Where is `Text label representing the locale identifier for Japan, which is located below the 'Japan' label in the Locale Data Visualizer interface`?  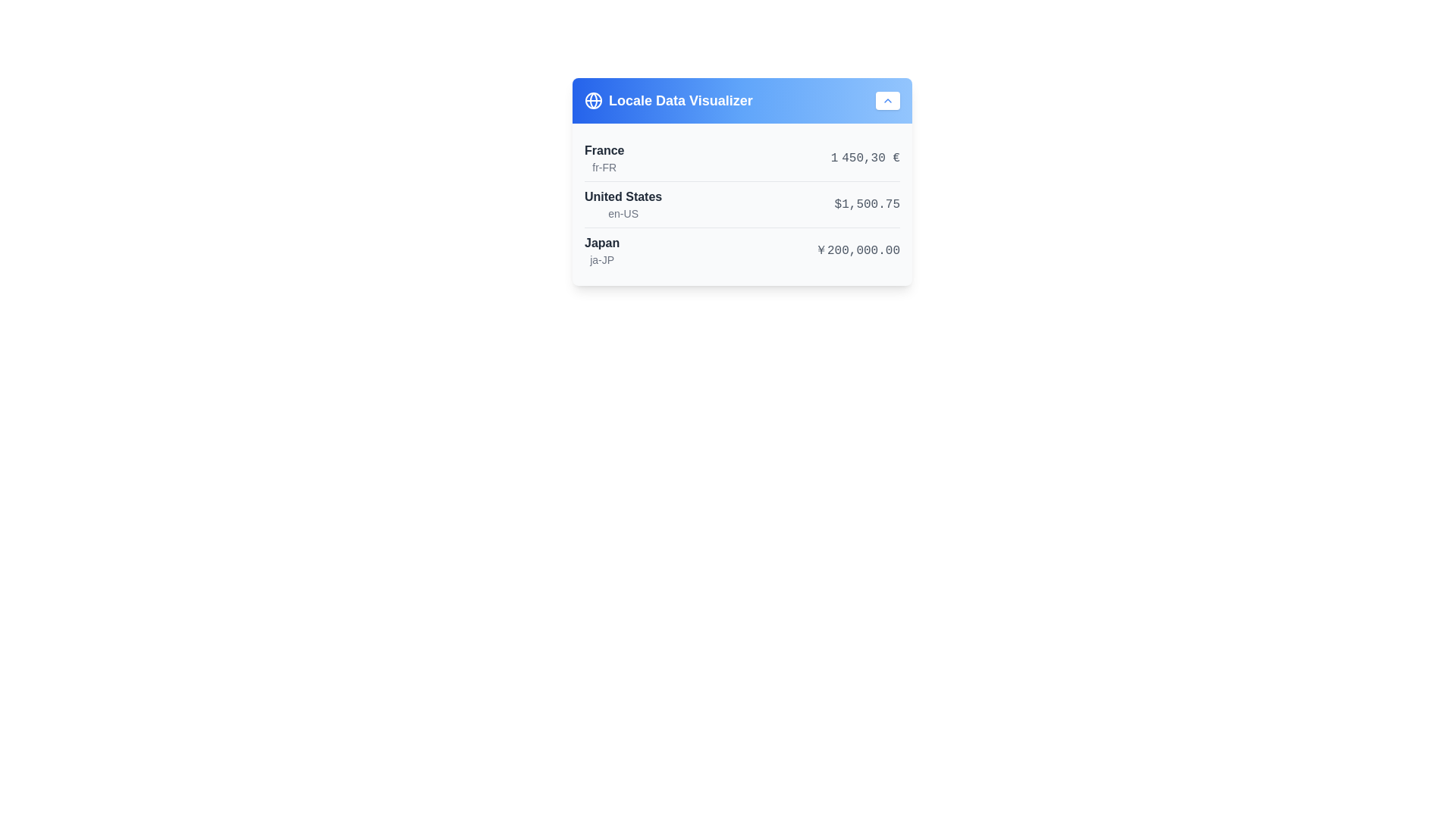
Text label representing the locale identifier for Japan, which is located below the 'Japan' label in the Locale Data Visualizer interface is located at coordinates (601, 259).